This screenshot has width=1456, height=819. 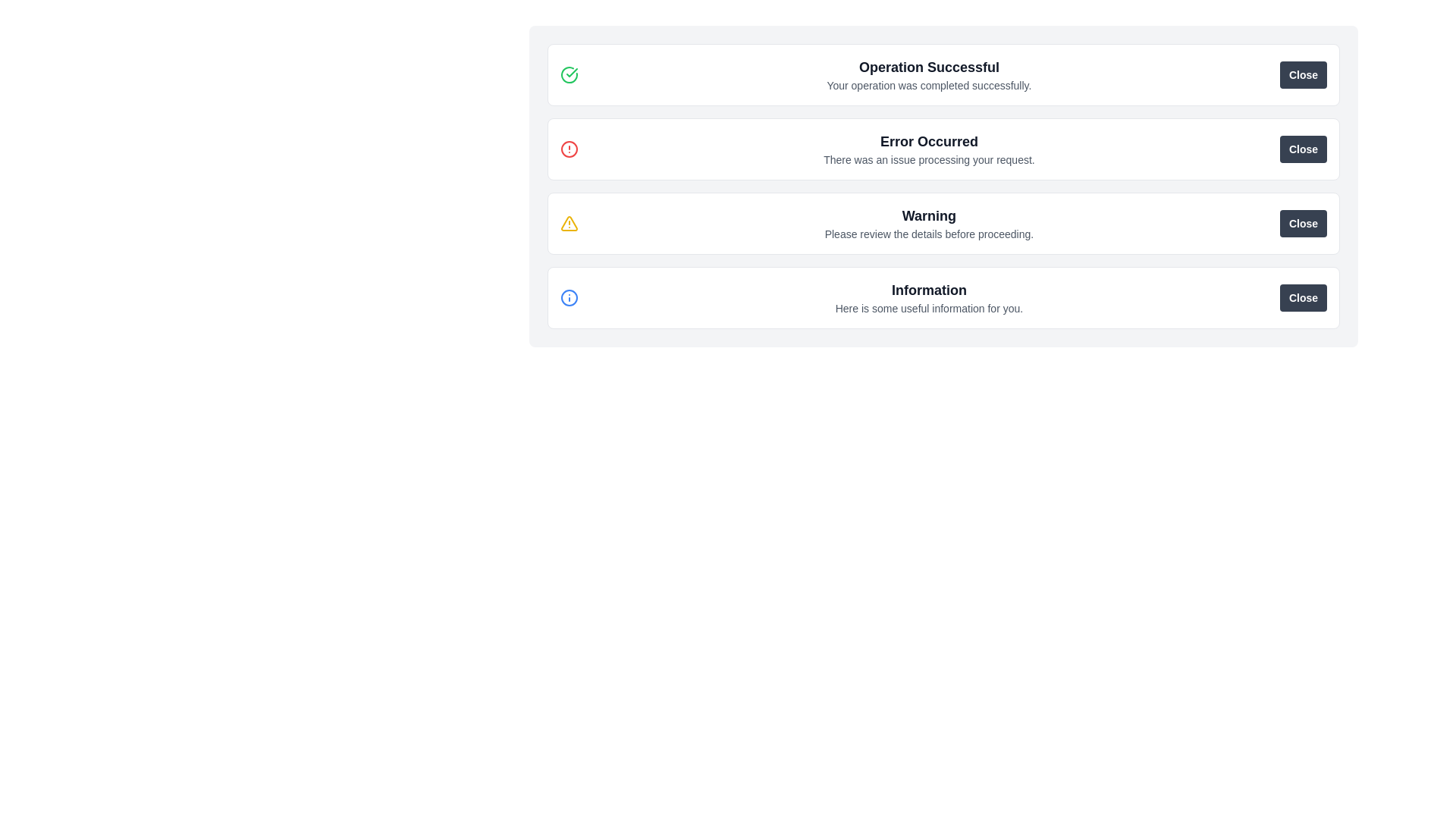 I want to click on the circular graphic with a blue stroke and a white fill, which is part of an SVG icon next to the text labeled 'Information', so click(x=568, y=298).